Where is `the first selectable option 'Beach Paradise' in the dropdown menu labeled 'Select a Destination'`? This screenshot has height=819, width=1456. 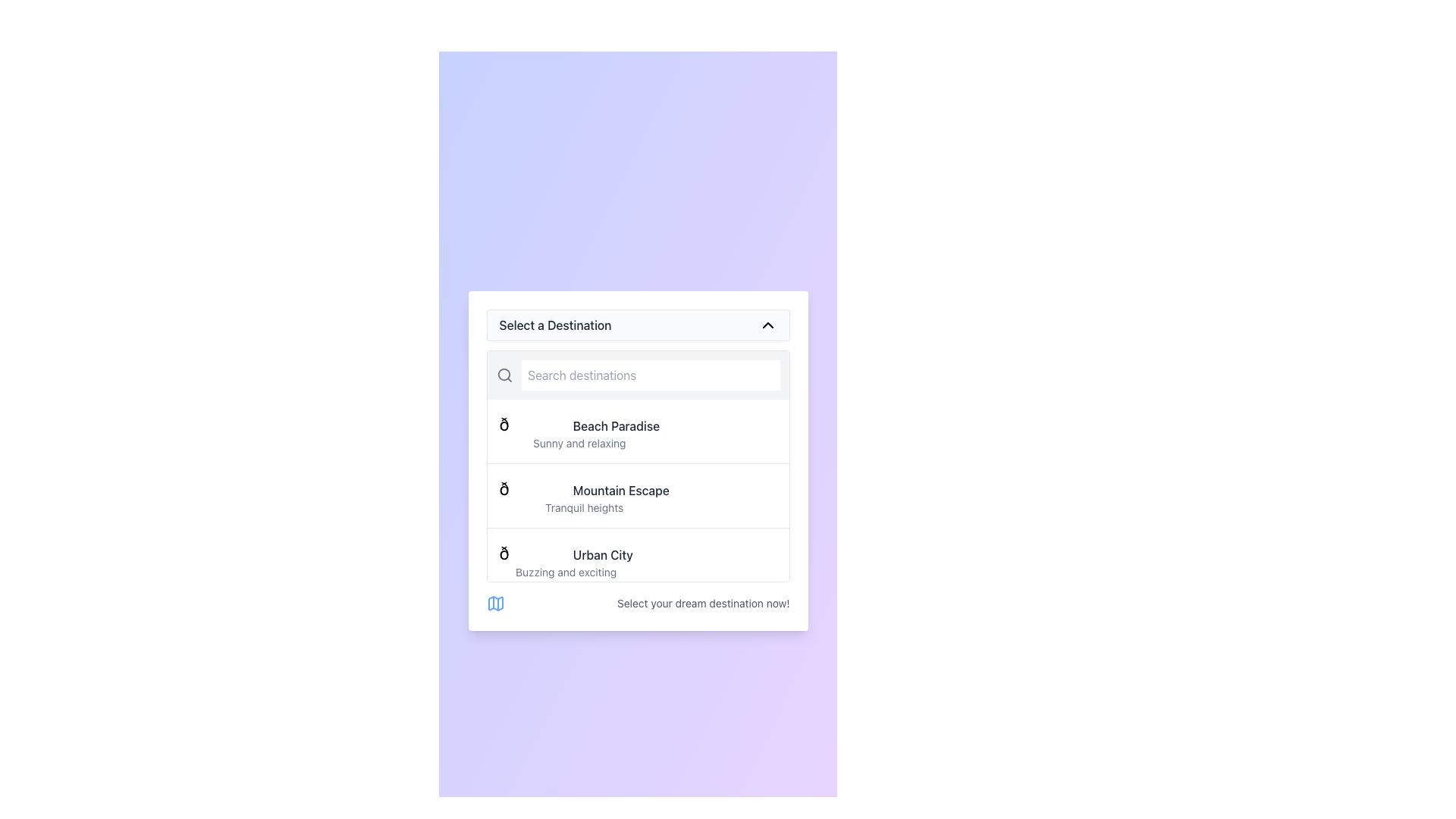
the first selectable option 'Beach Paradise' in the dropdown menu labeled 'Select a Destination' is located at coordinates (638, 431).